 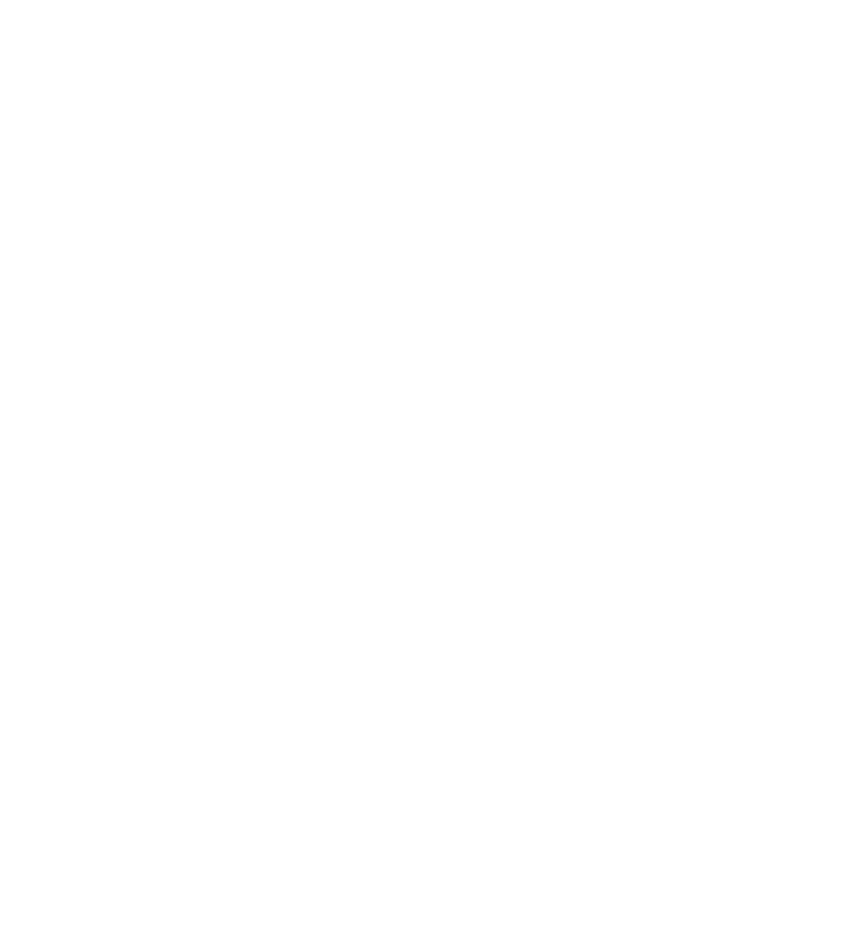 I want to click on 'Attackers Target Max-Severity Apache ActiveMQ Bug to Drop Ransomware', so click(x=474, y=368).